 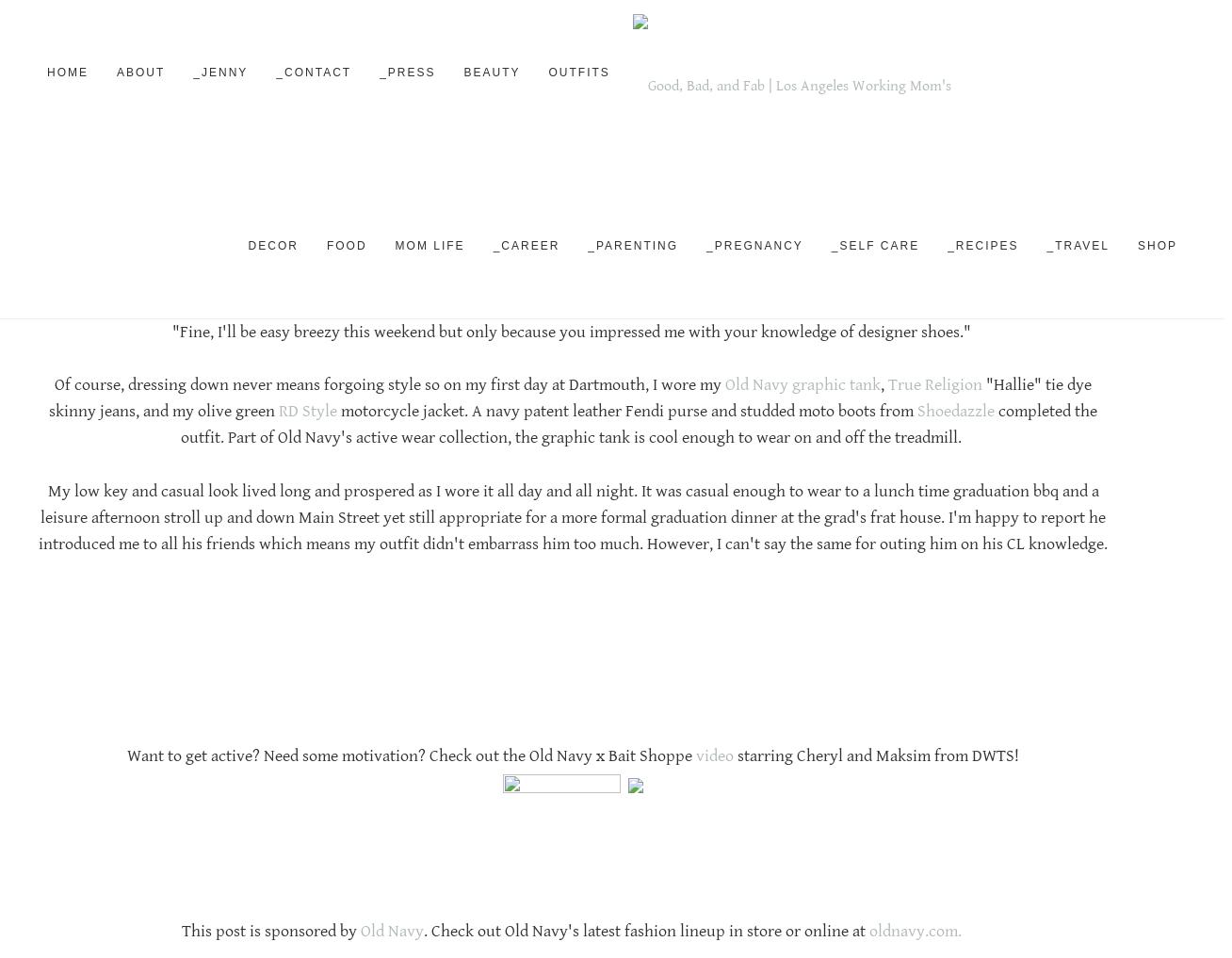 What do you see at coordinates (572, 305) in the screenshot?
I see `'Before I left for New Hampshire, my brother explicitly instructed over the phone to pack "casually." He said, "Jenny, college kids don't stomp around campus in five inch Christian Louboutins or blind classmates with Mr. T chains. Can you try to blend in?" I chuckled with amusement and responded, "Fine, I'll be easy breezy this weekend but only because you impressed me with your knowledge of designer shoes."'` at bounding box center [572, 305].